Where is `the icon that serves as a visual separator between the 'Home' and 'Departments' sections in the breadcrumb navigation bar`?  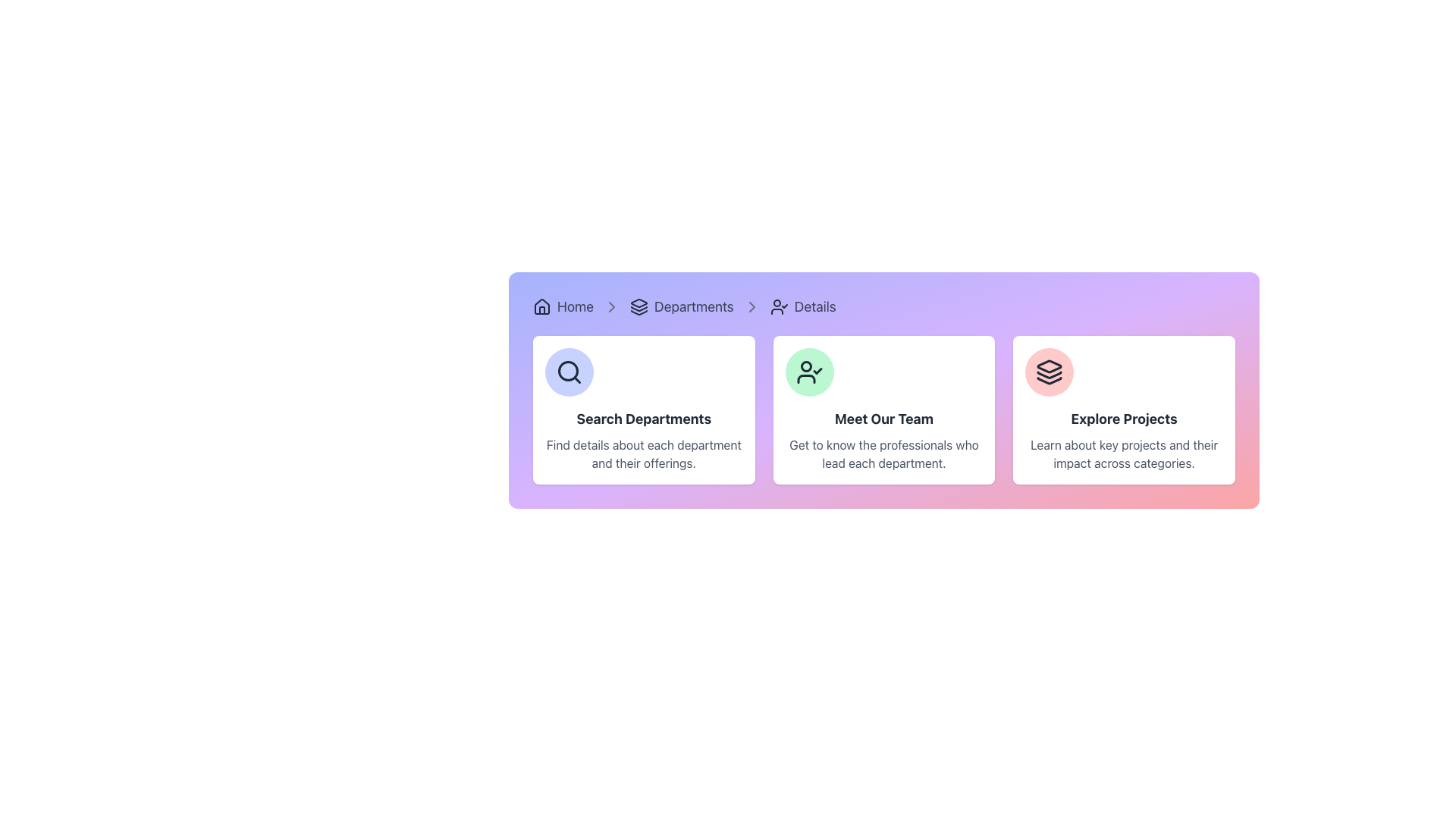 the icon that serves as a visual separator between the 'Home' and 'Departments' sections in the breadcrumb navigation bar is located at coordinates (611, 307).